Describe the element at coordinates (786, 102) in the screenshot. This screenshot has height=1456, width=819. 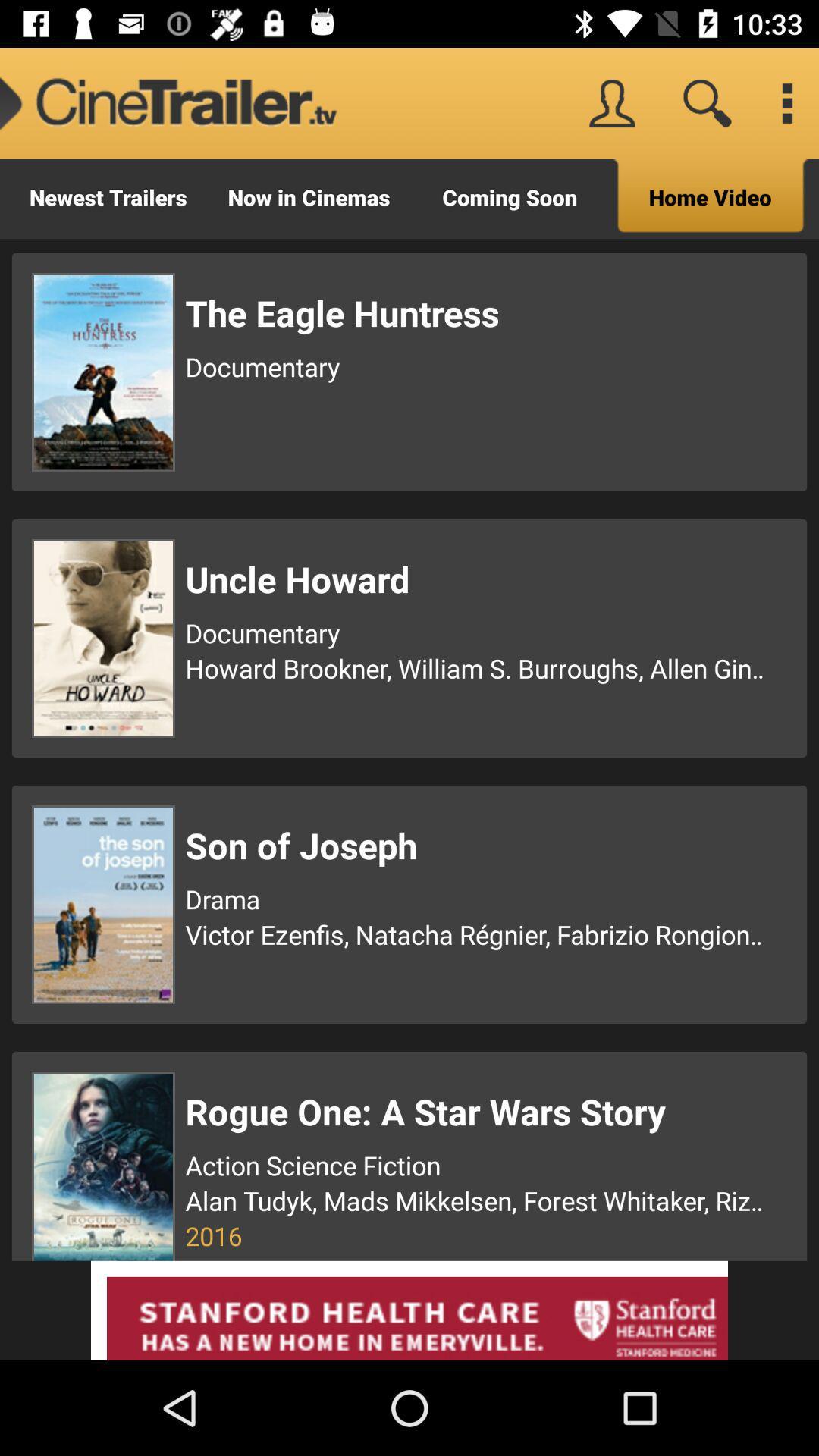
I see `more options` at that location.